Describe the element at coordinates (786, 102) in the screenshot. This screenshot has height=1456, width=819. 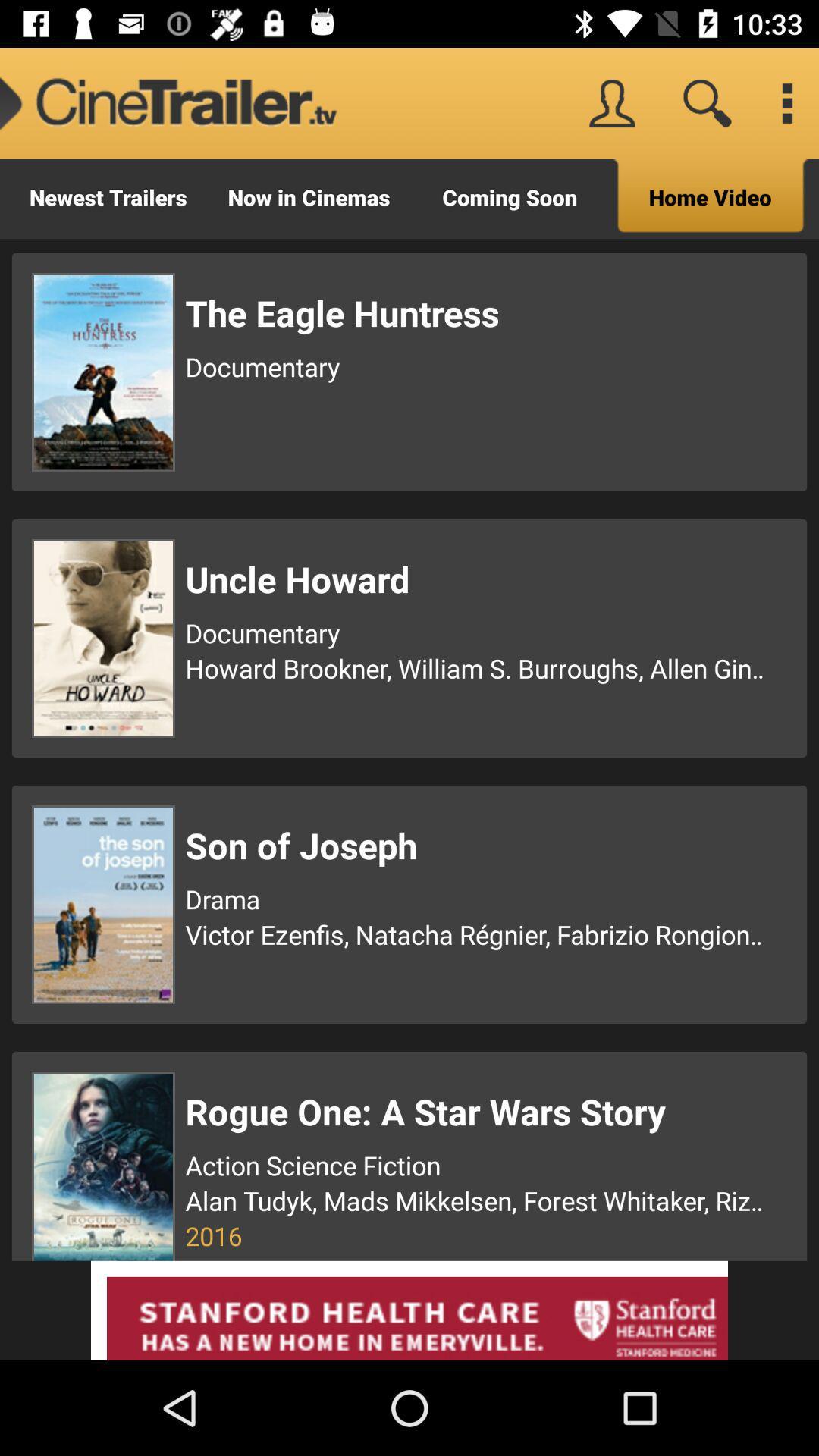
I see `more options` at that location.